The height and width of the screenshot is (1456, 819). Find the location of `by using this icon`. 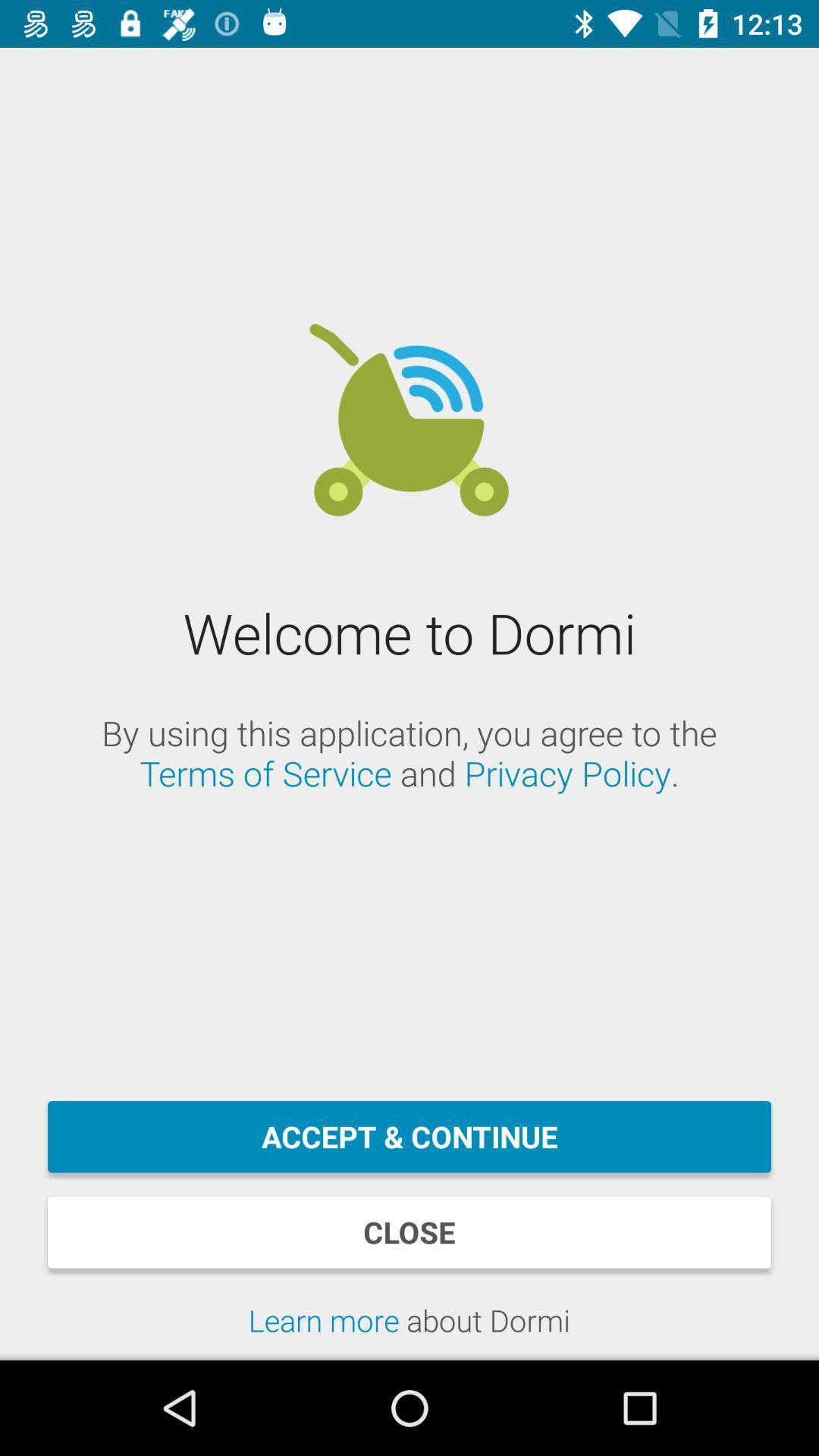

by using this icon is located at coordinates (409, 753).